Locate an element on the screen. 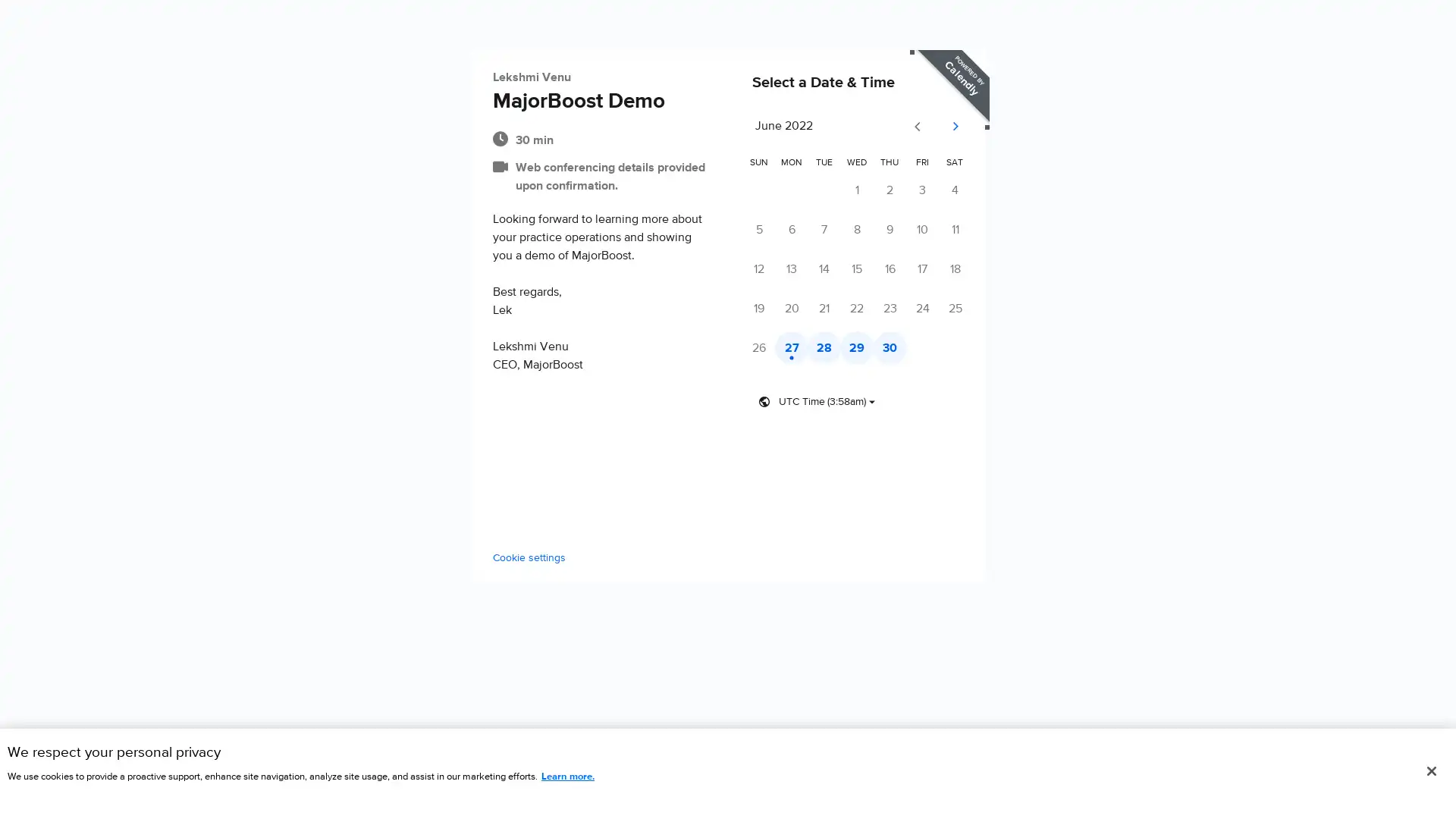 Image resolution: width=1456 pixels, height=819 pixels. Saturday, June 4 - No times available is located at coordinates (996, 190).